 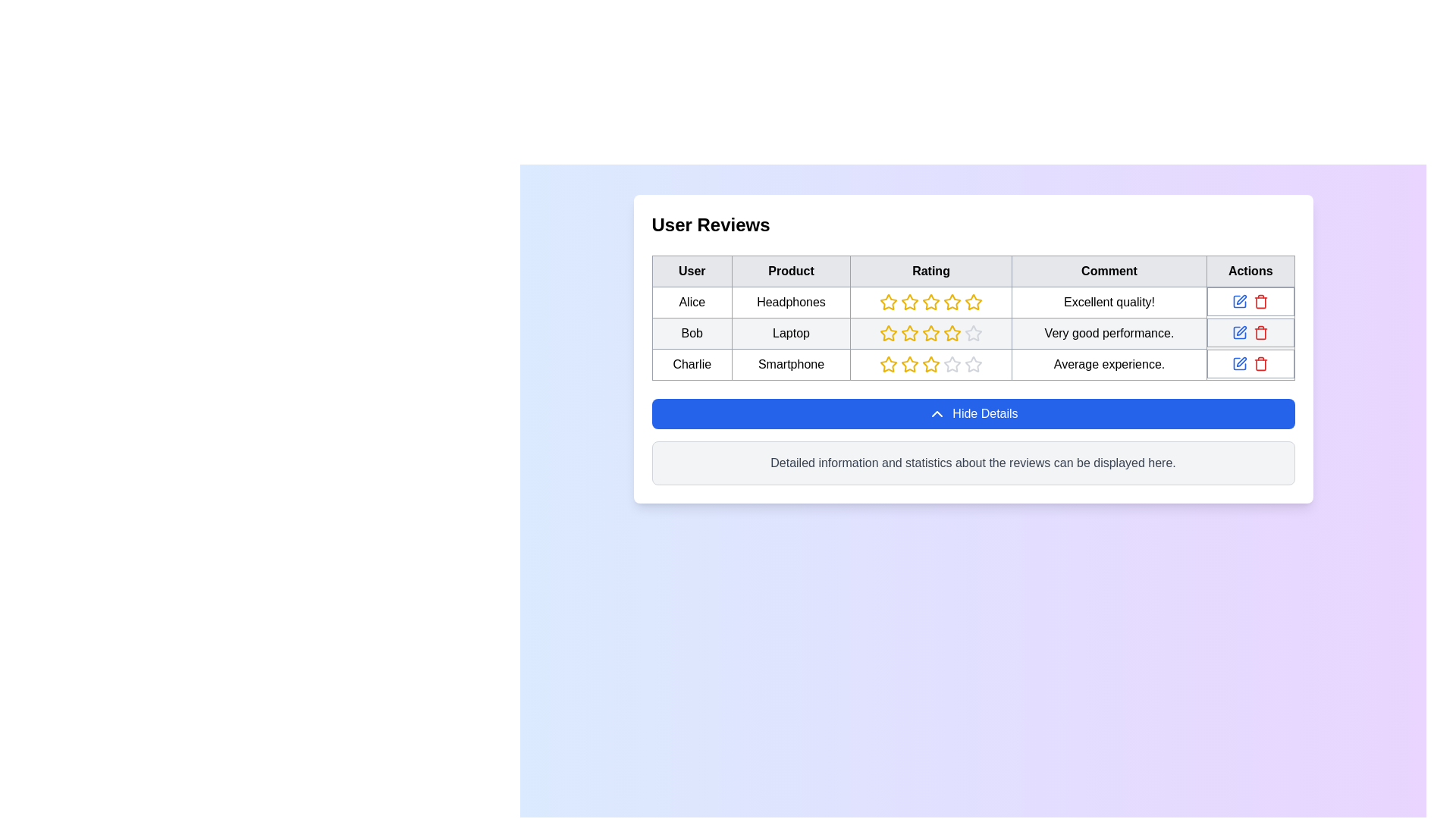 I want to click on central vertical rectangle of the trash icon in the action column of the user review table for its properties, so click(x=1260, y=302).